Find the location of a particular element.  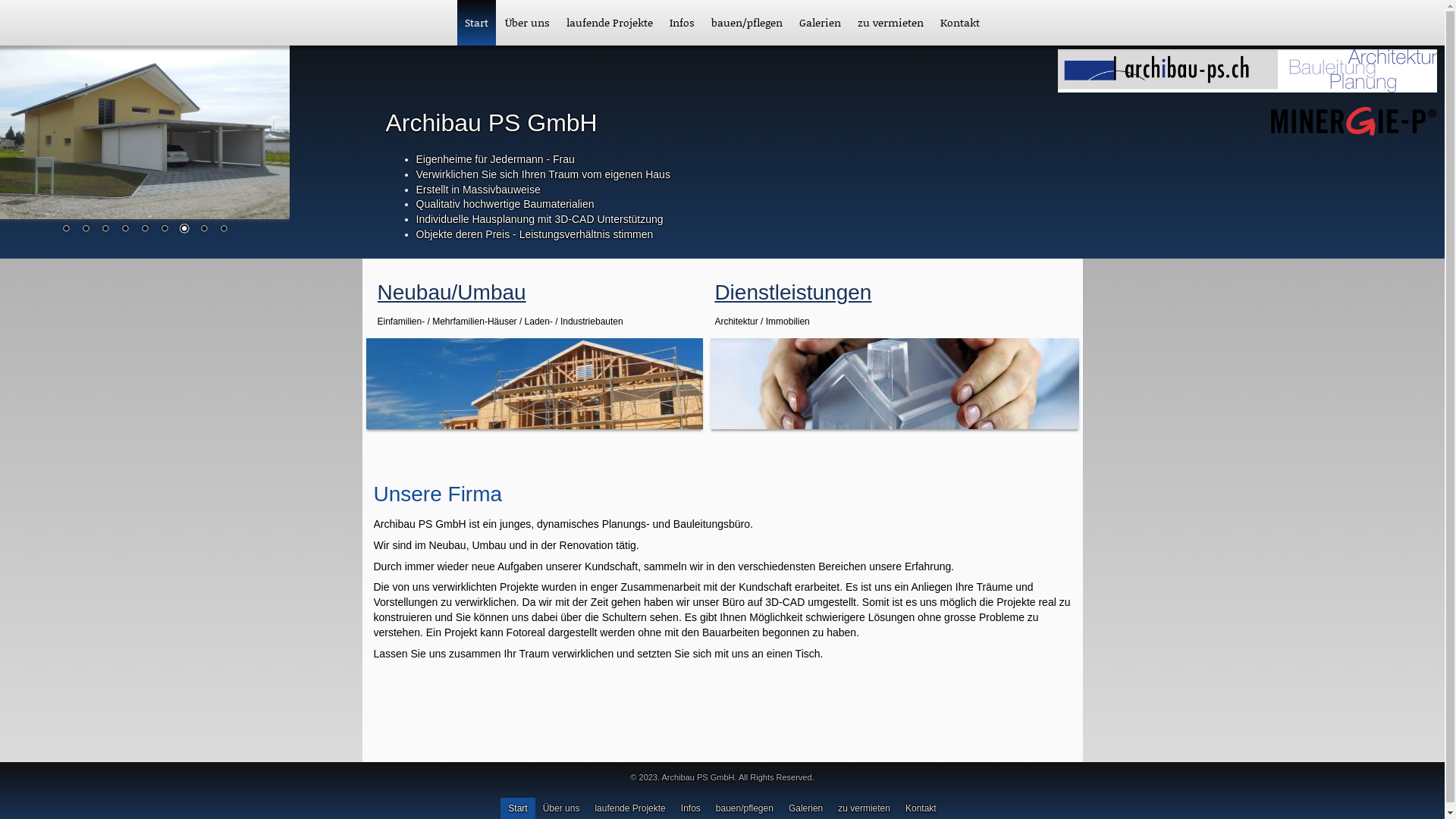

'8' is located at coordinates (202, 230).